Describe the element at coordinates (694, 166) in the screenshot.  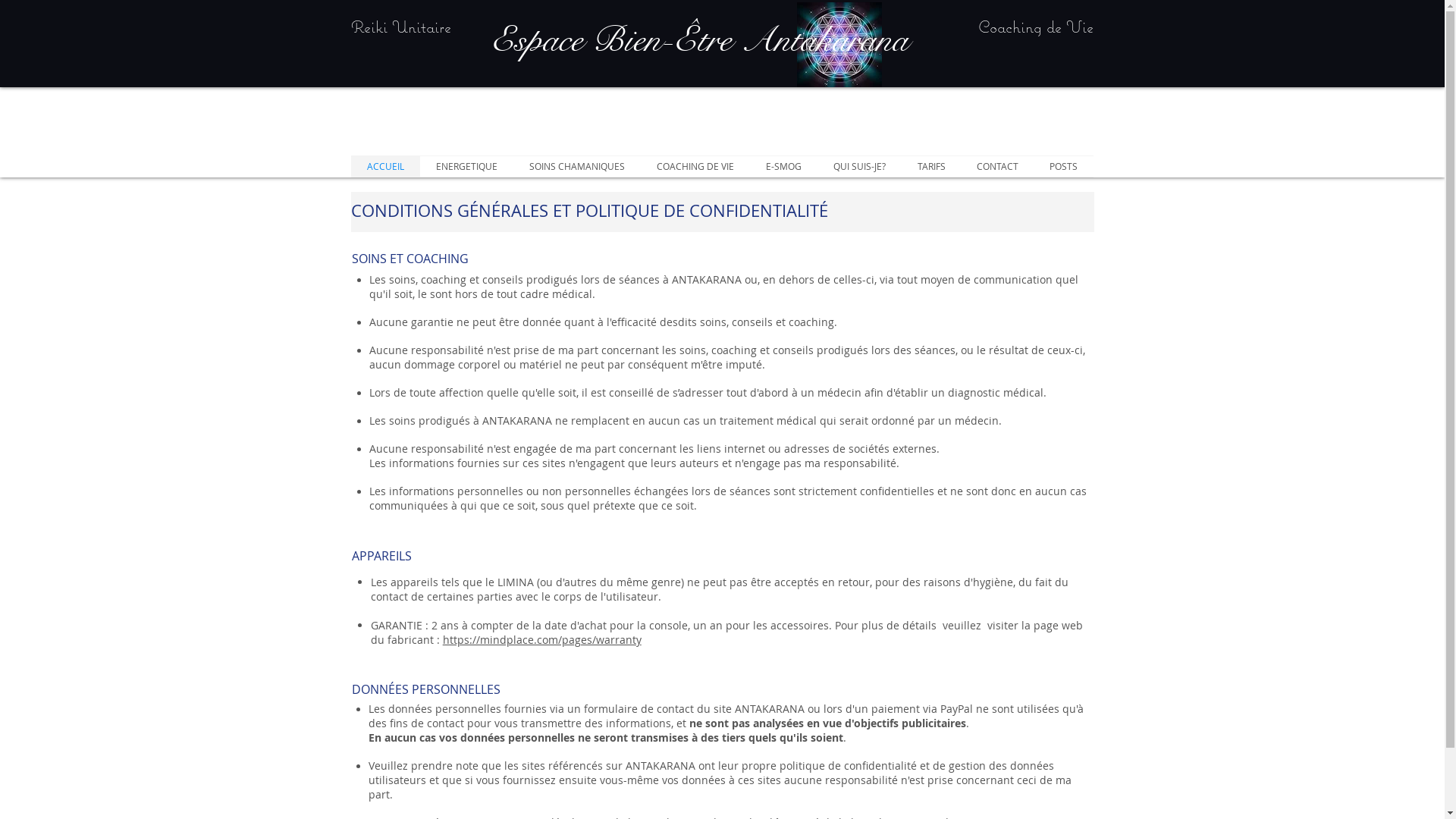
I see `'COACHING DE VIE'` at that location.